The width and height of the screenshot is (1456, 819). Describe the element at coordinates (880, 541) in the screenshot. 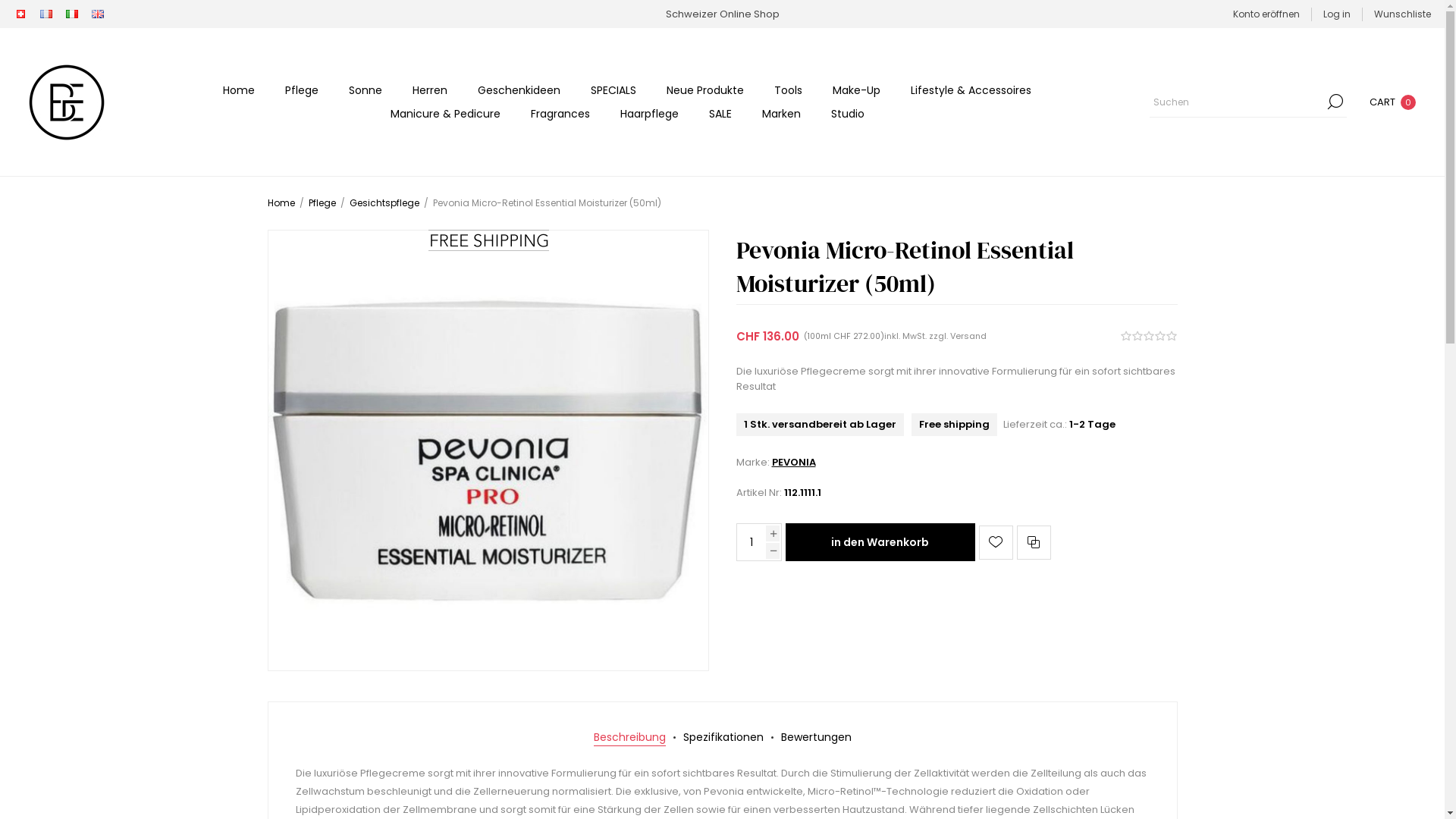

I see `'in den Warenkorb'` at that location.